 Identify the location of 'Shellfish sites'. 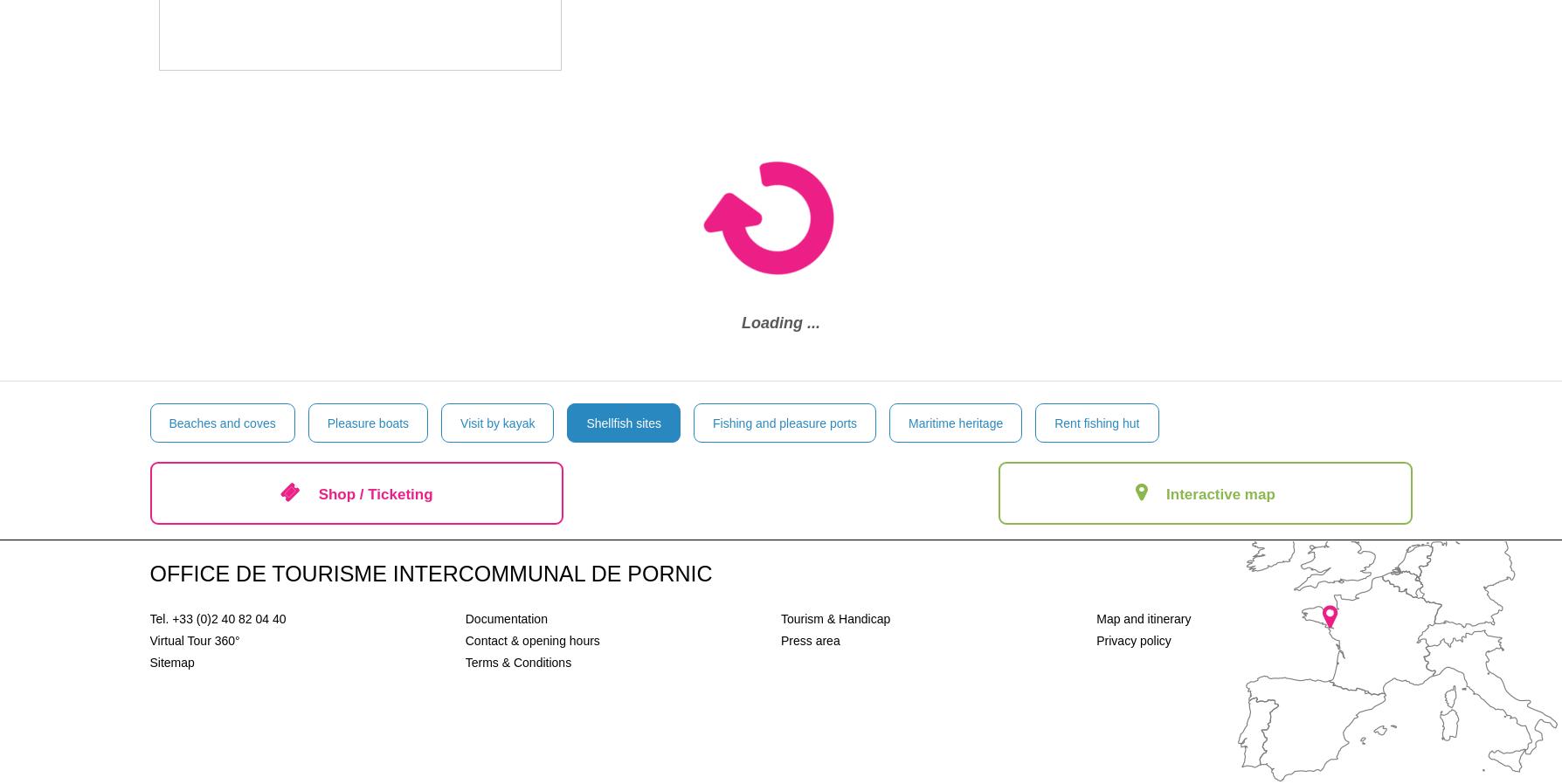
(622, 422).